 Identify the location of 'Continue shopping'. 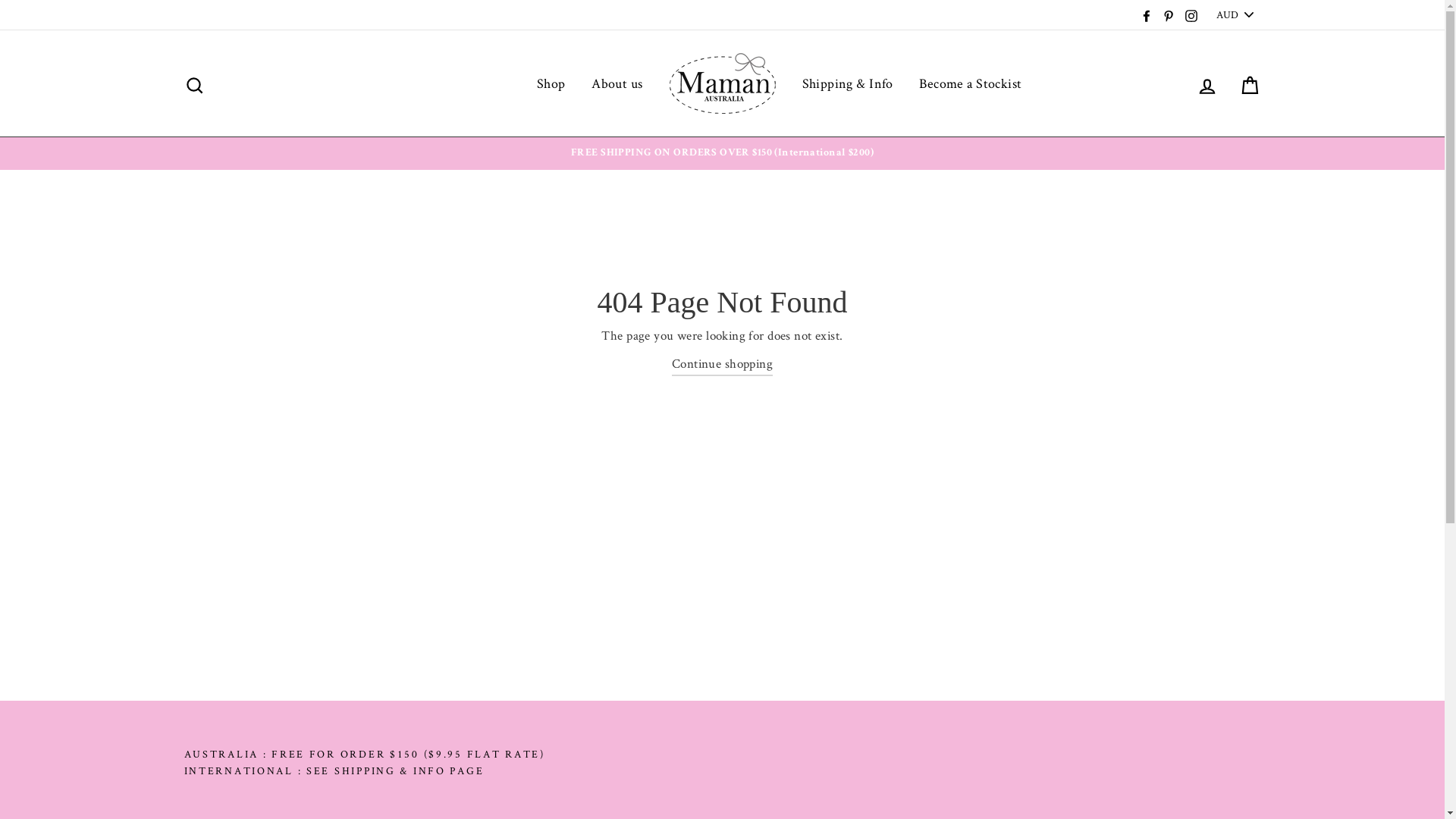
(721, 364).